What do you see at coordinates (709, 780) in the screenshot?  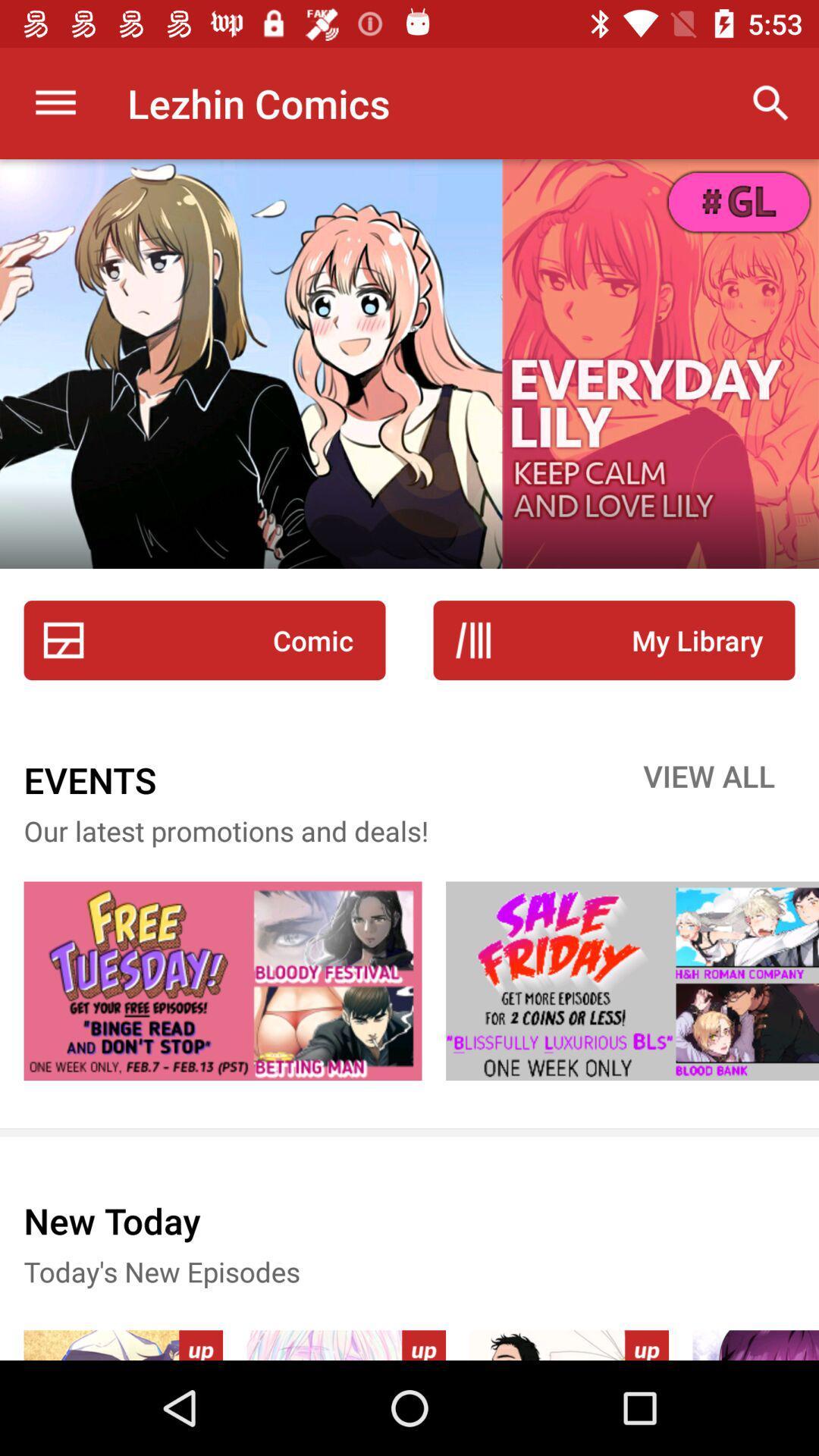 I see `item next to events` at bounding box center [709, 780].